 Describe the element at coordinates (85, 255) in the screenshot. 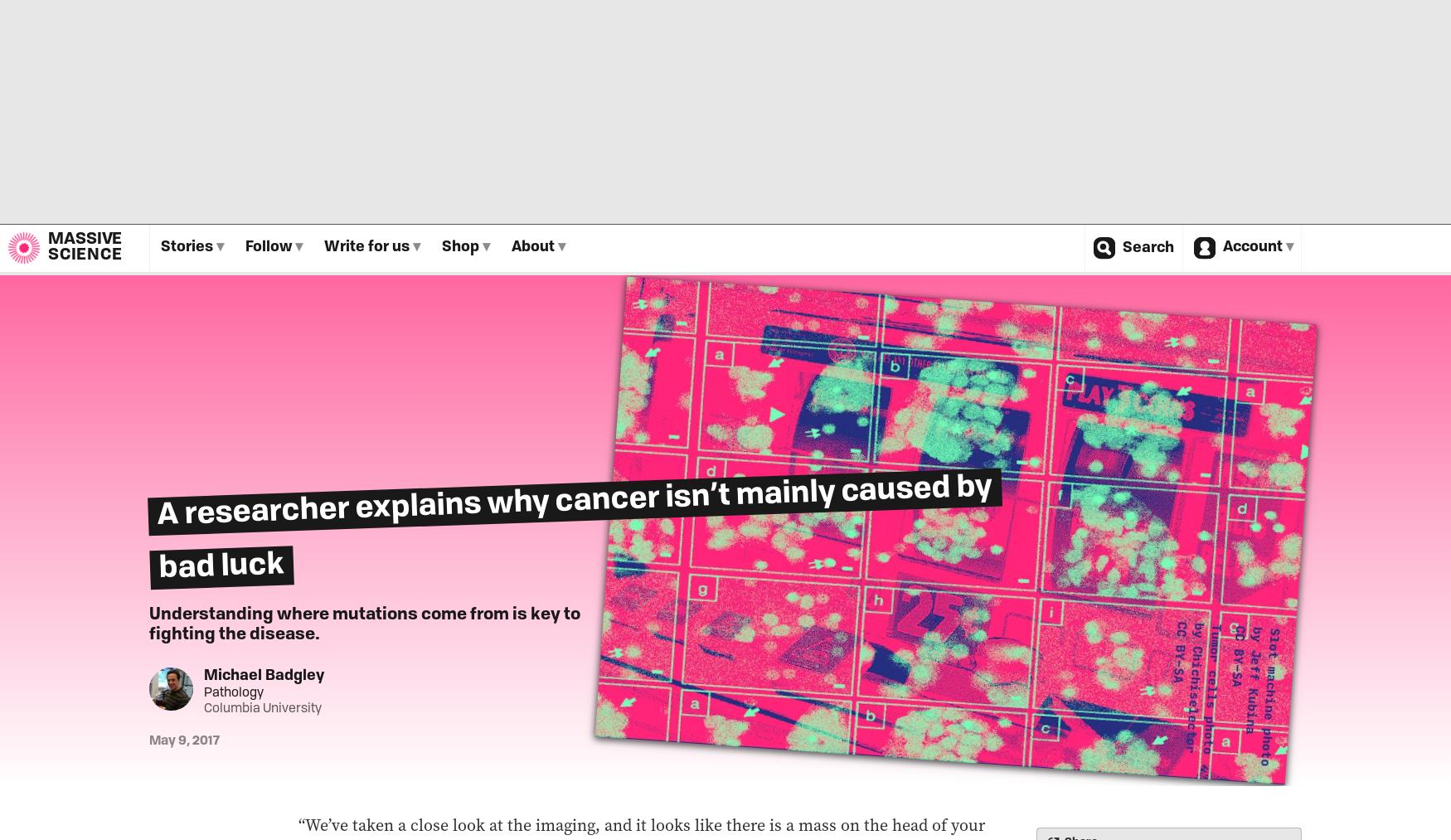

I see `'Science'` at that location.